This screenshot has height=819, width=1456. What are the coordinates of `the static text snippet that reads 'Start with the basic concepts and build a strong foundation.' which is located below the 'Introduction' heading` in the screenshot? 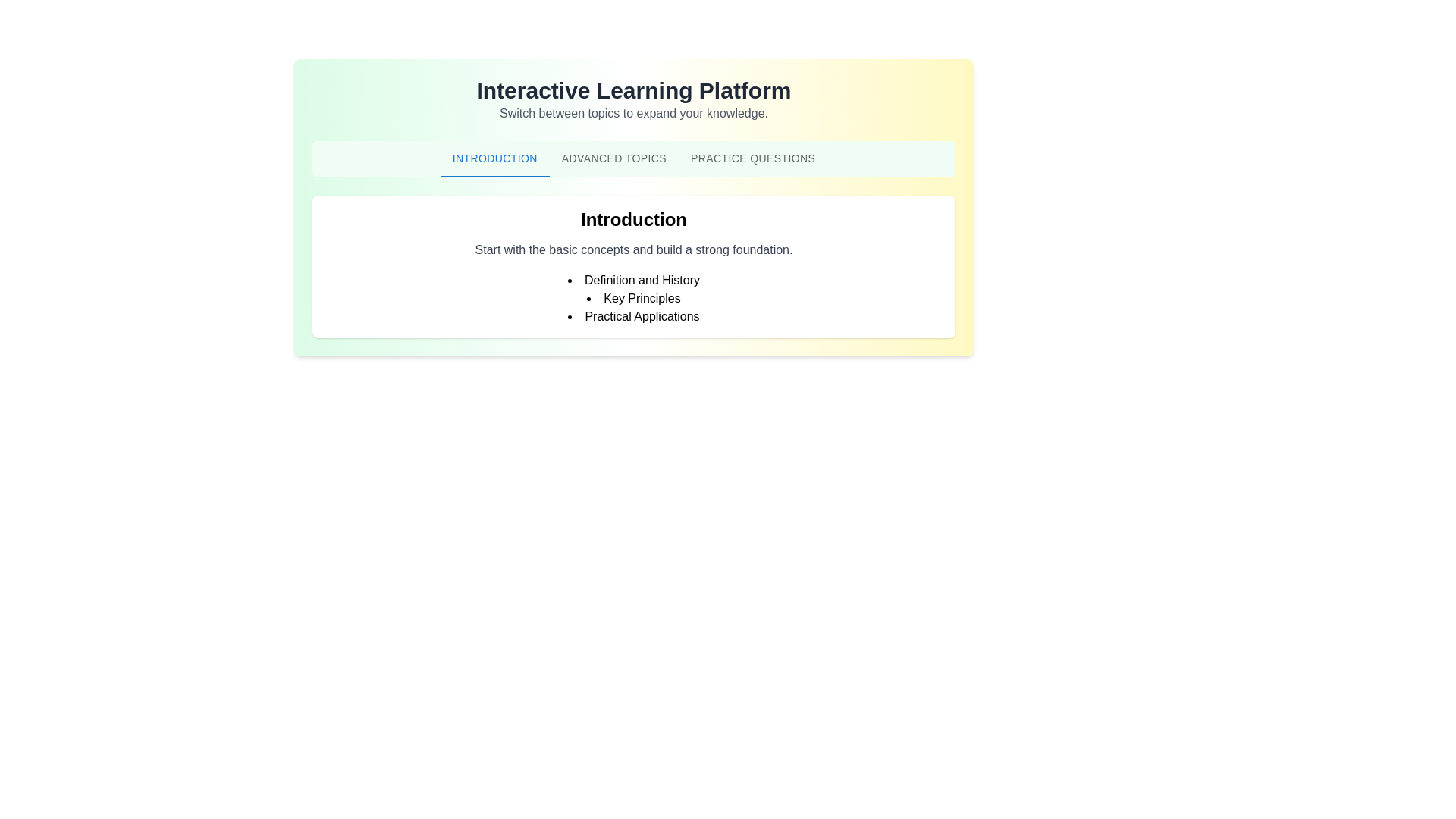 It's located at (633, 249).